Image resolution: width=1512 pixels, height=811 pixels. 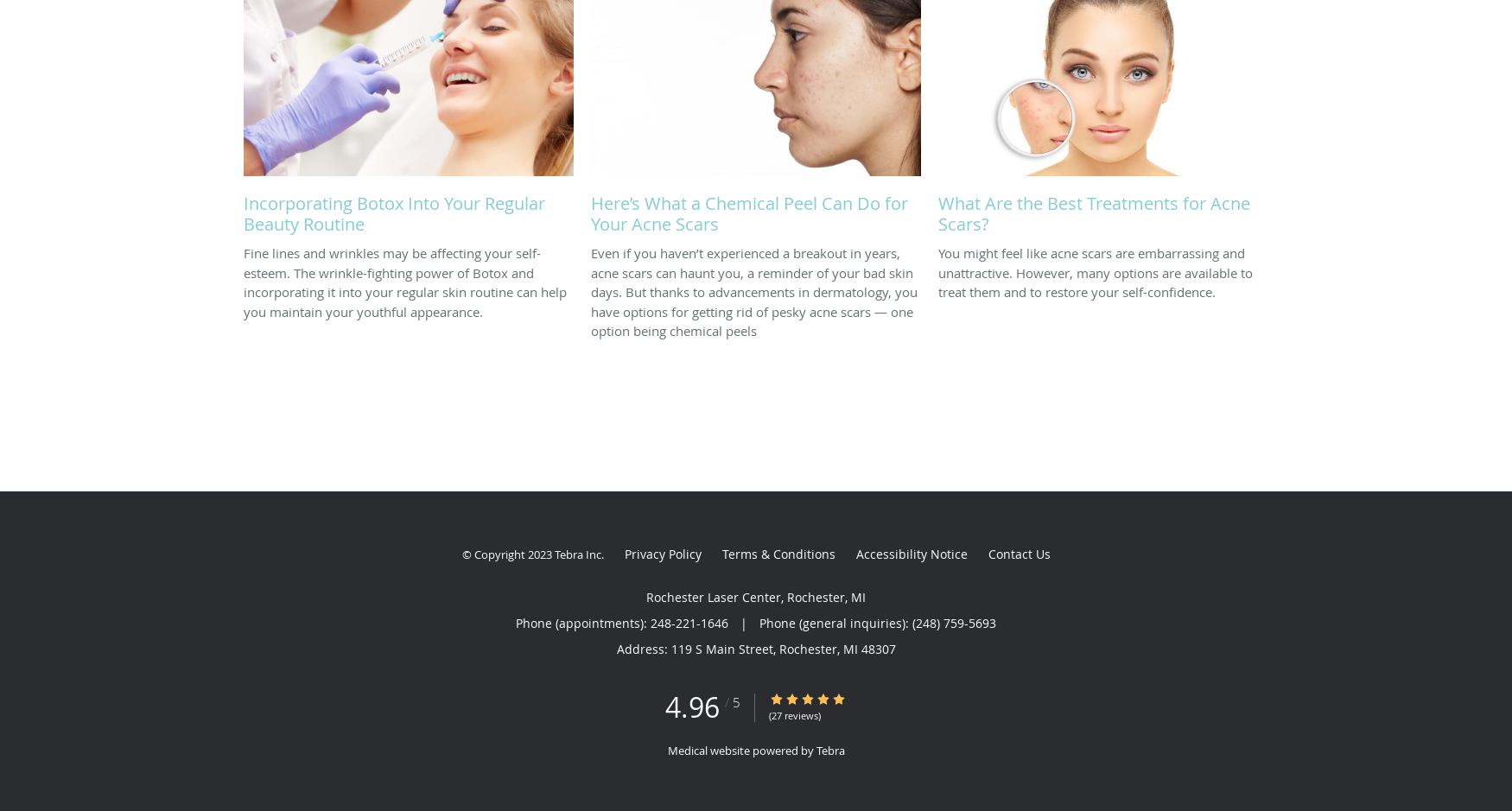 What do you see at coordinates (756, 596) in the screenshot?
I see `'Rochester Laser Center, Rochester, MI'` at bounding box center [756, 596].